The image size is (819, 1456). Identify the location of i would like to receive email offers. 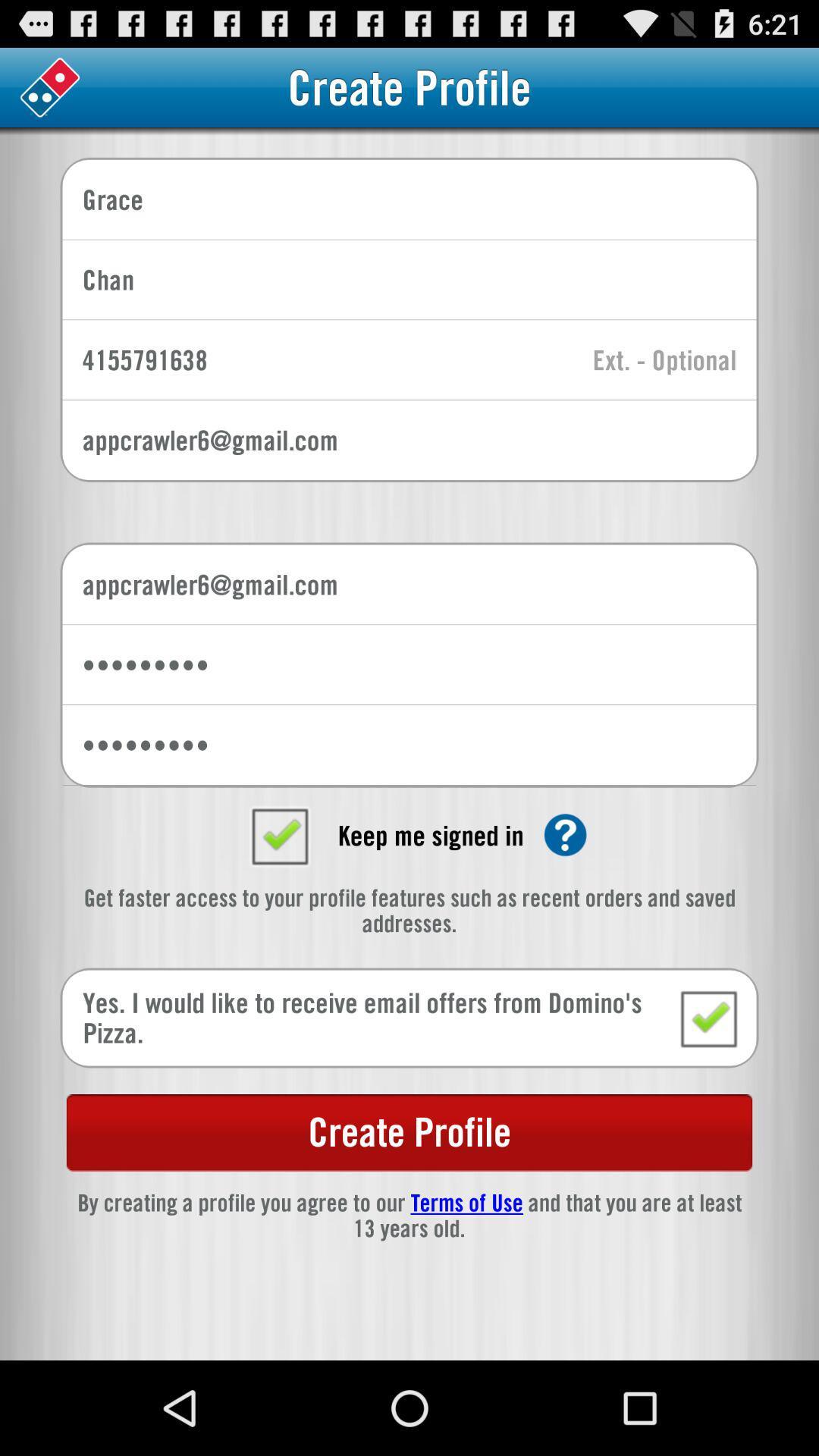
(708, 1018).